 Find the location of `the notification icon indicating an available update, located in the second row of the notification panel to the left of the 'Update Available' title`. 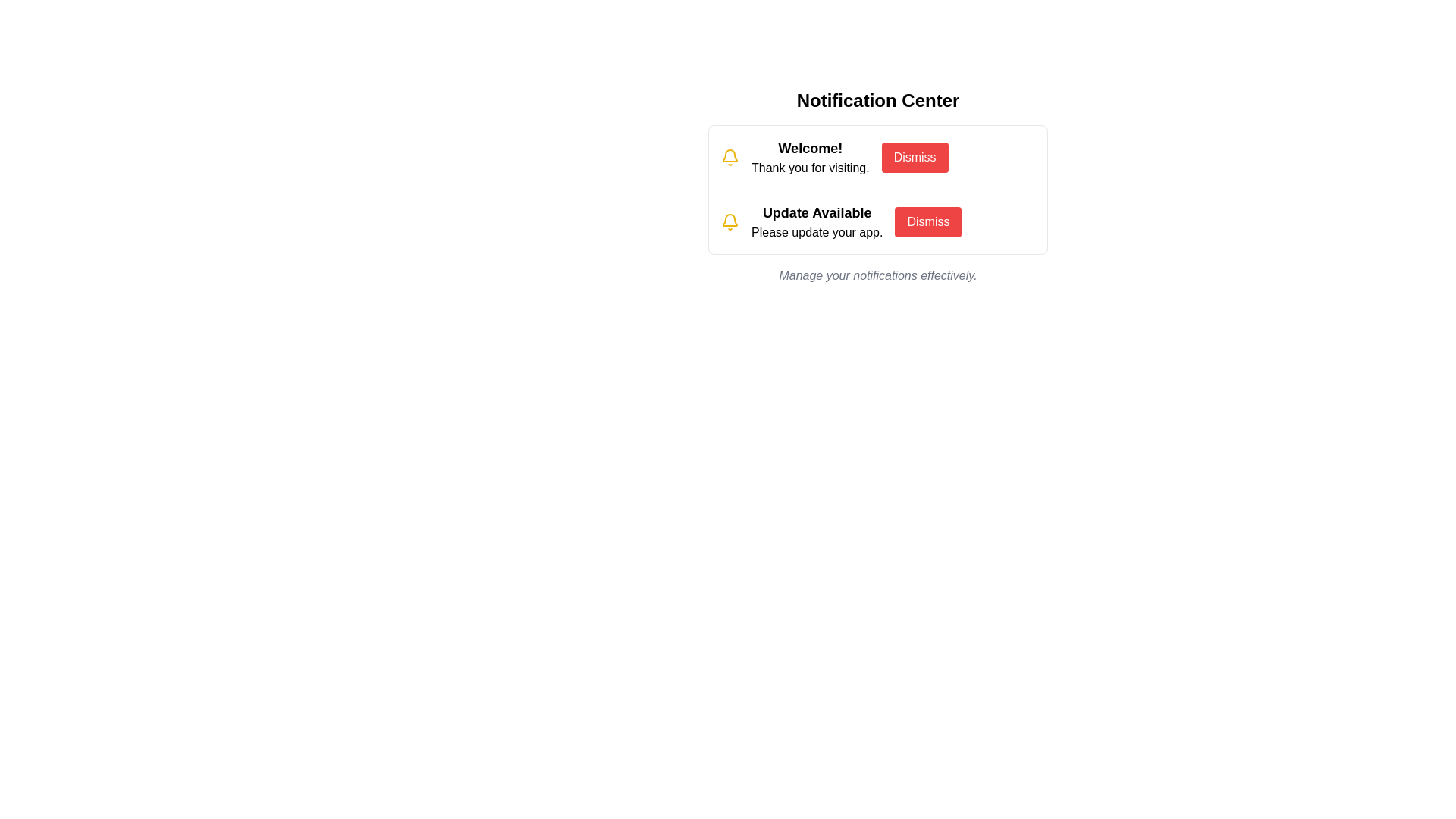

the notification icon indicating an available update, located in the second row of the notification panel to the left of the 'Update Available' title is located at coordinates (730, 222).